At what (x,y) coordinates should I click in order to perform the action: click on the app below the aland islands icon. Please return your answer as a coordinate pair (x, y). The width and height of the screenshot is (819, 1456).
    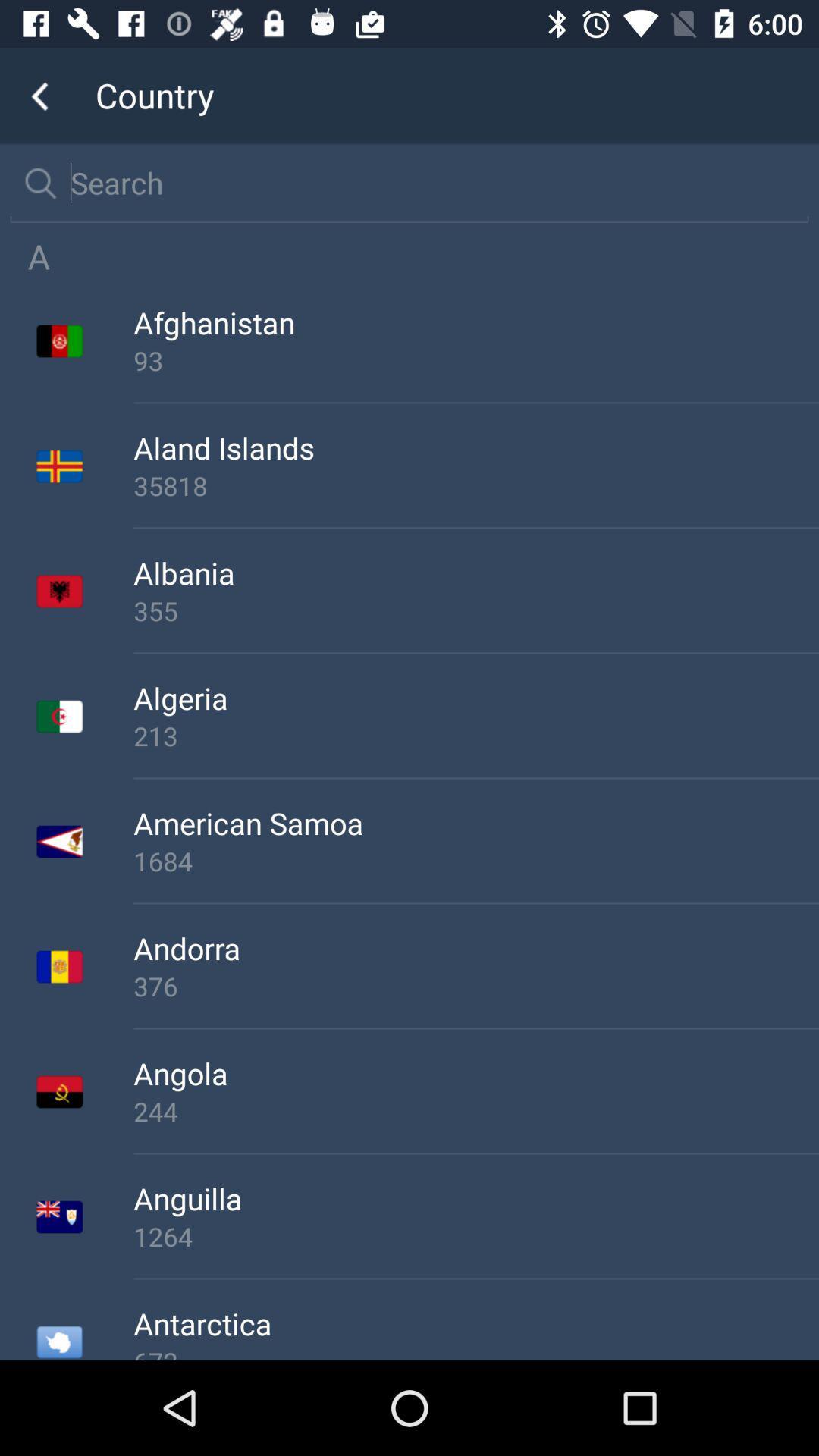
    Looking at the image, I should click on (475, 485).